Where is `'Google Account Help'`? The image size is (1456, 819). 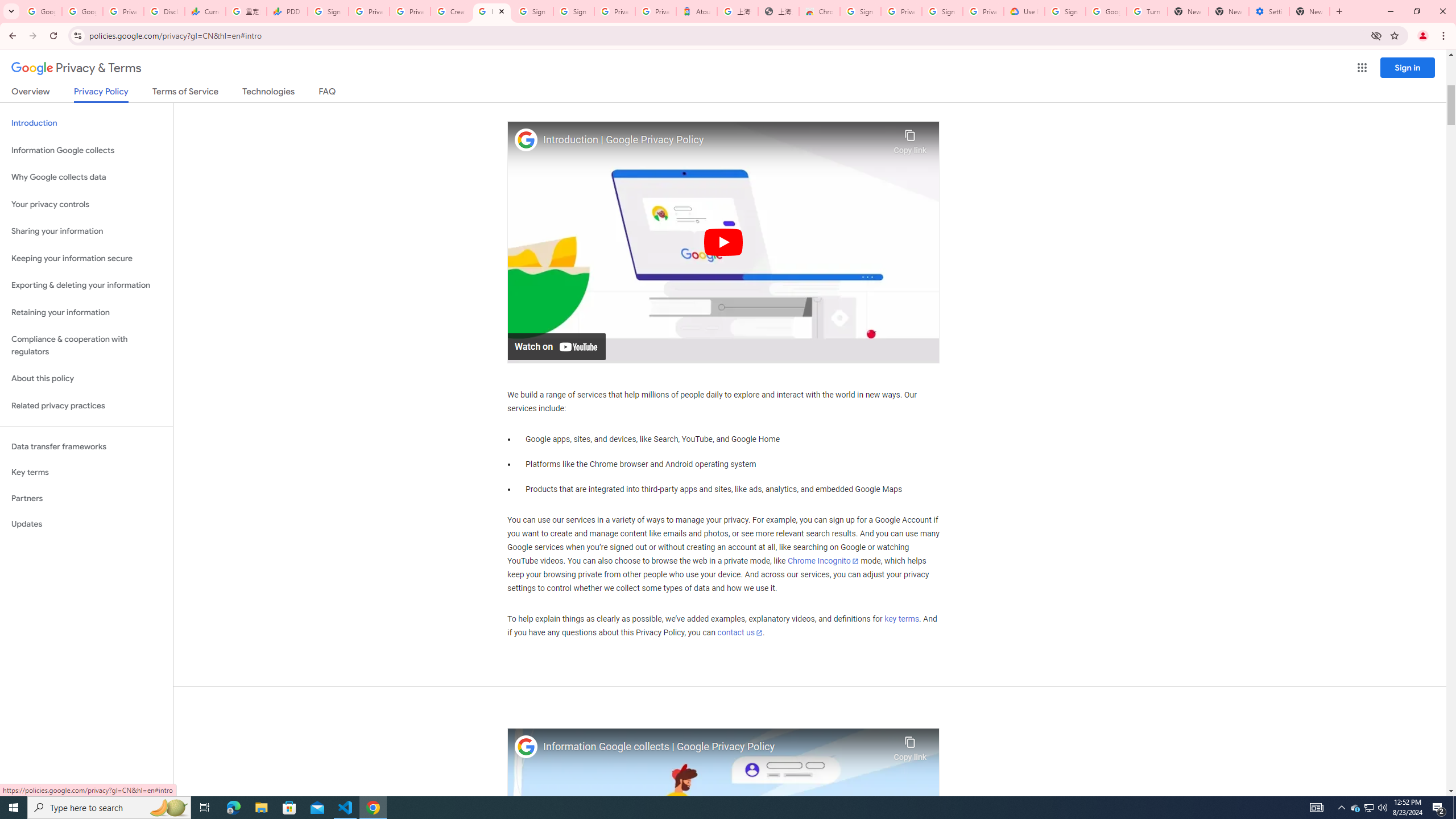
'Google Account Help' is located at coordinates (1106, 11).